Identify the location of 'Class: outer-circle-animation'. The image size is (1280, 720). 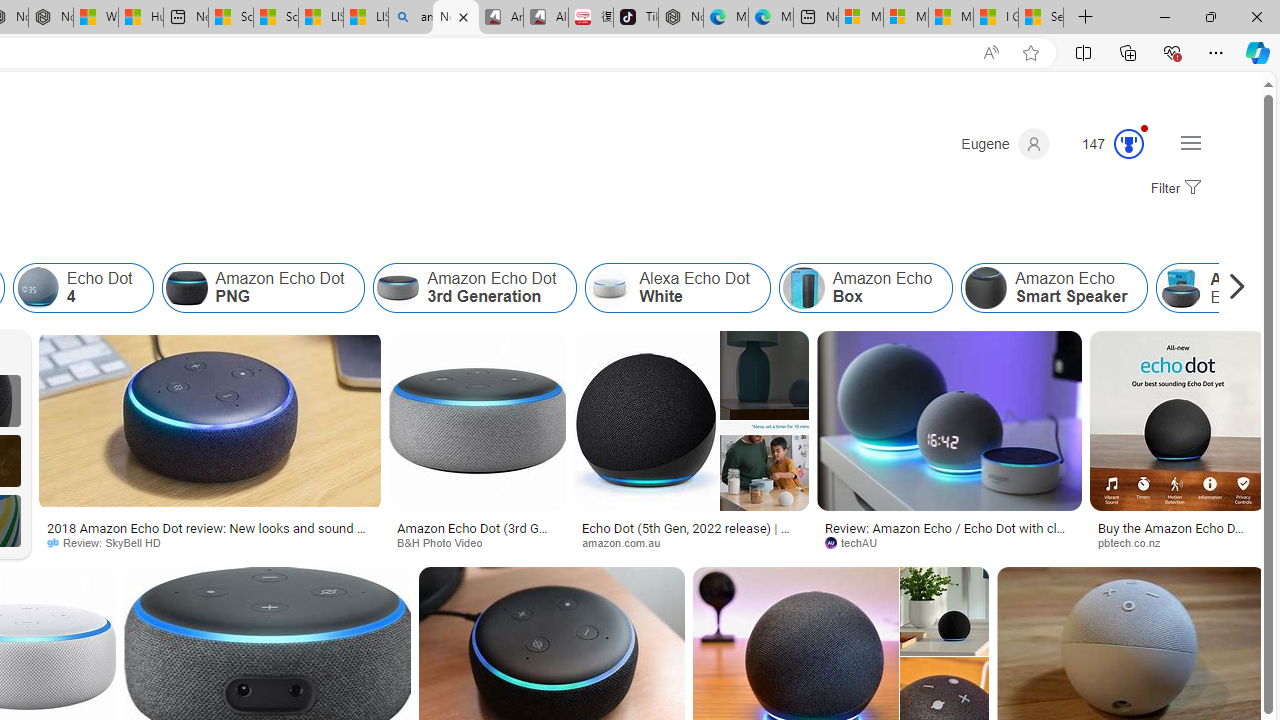
(1129, 143).